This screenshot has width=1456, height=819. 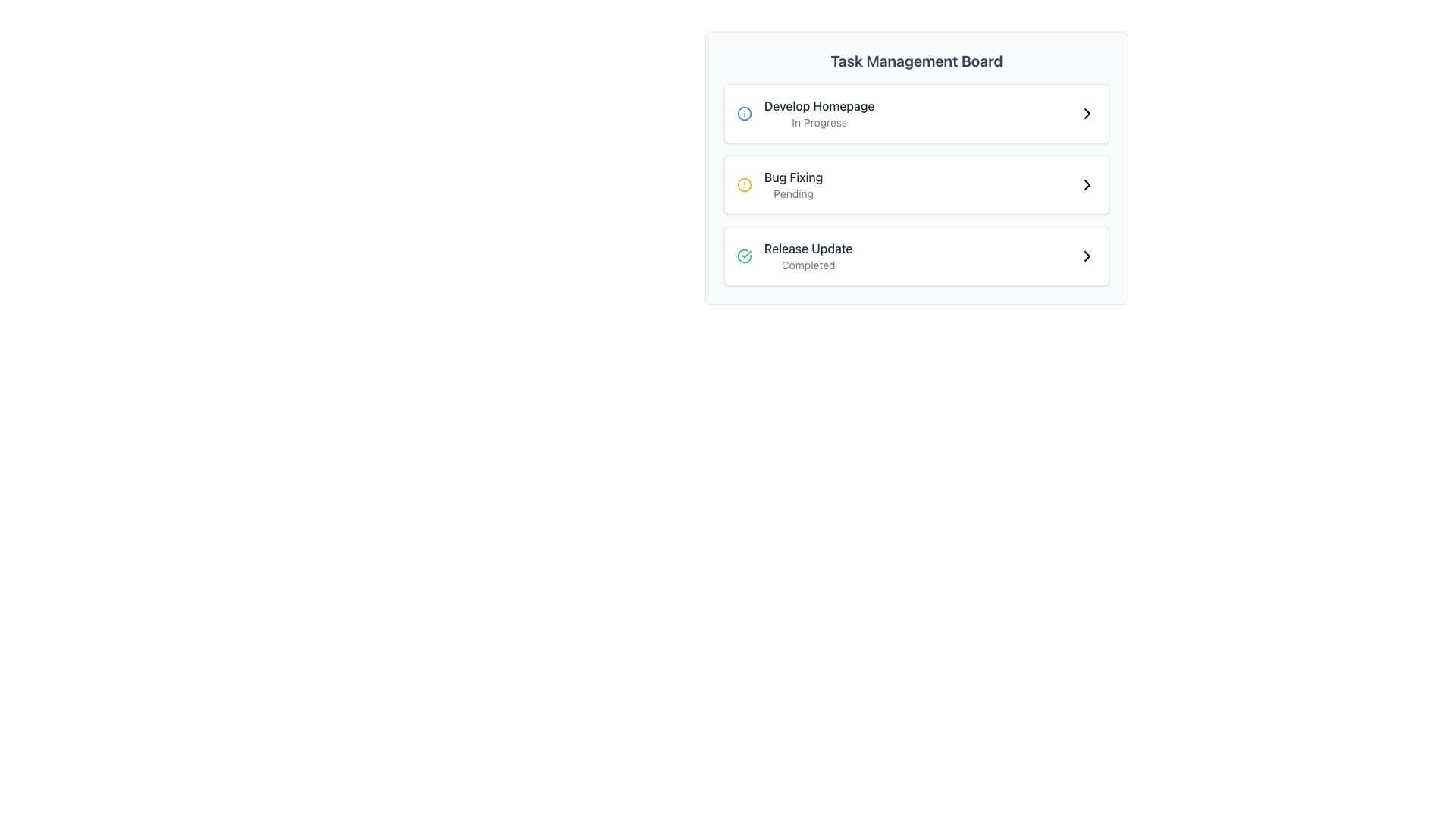 What do you see at coordinates (916, 168) in the screenshot?
I see `the task card labeled 'Bug Fixing'` at bounding box center [916, 168].